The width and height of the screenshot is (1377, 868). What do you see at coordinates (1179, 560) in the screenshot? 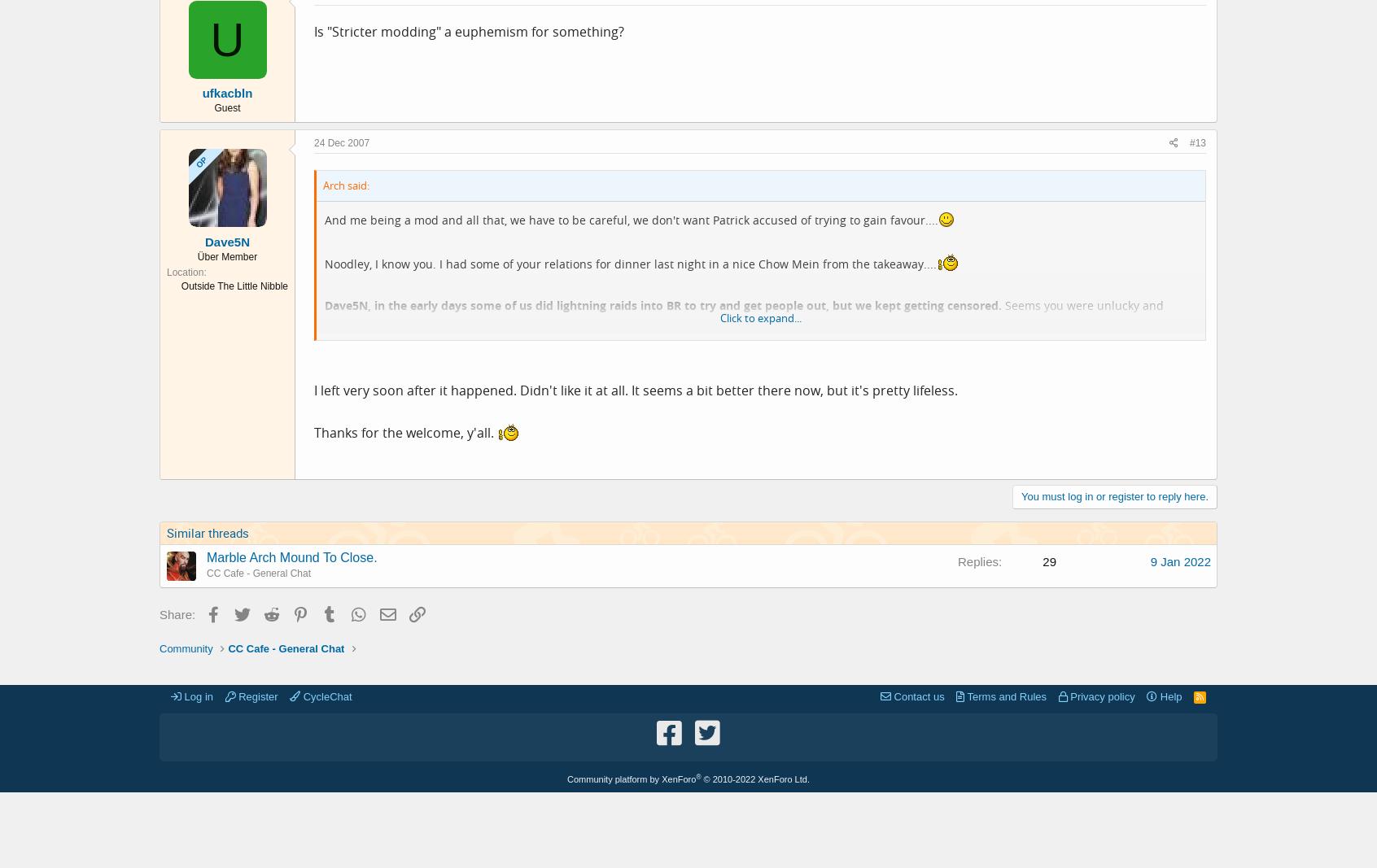
I see `'9 Jan 2022'` at bounding box center [1179, 560].